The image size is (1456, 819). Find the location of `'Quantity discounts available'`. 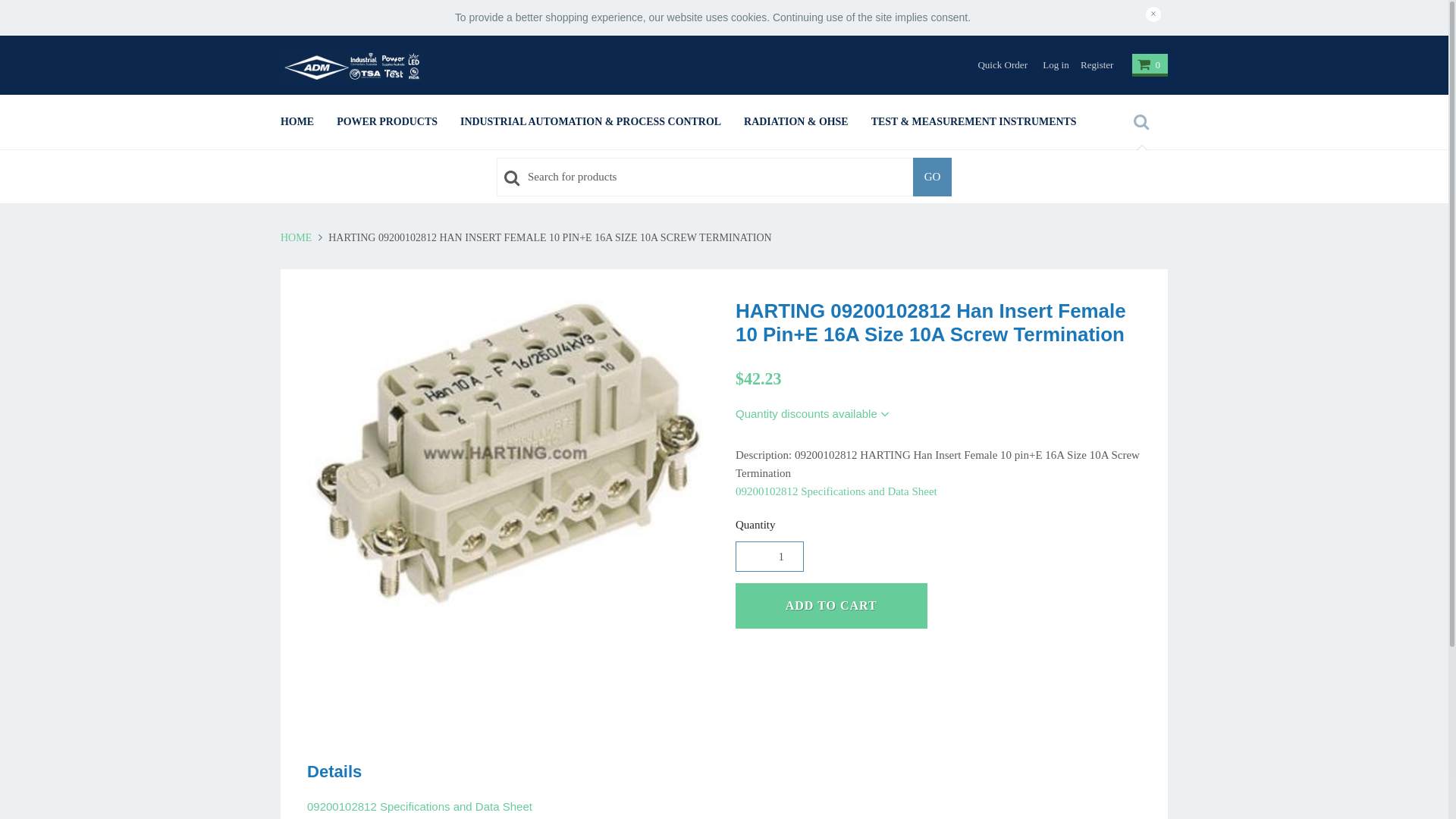

'Quantity discounts available' is located at coordinates (811, 413).